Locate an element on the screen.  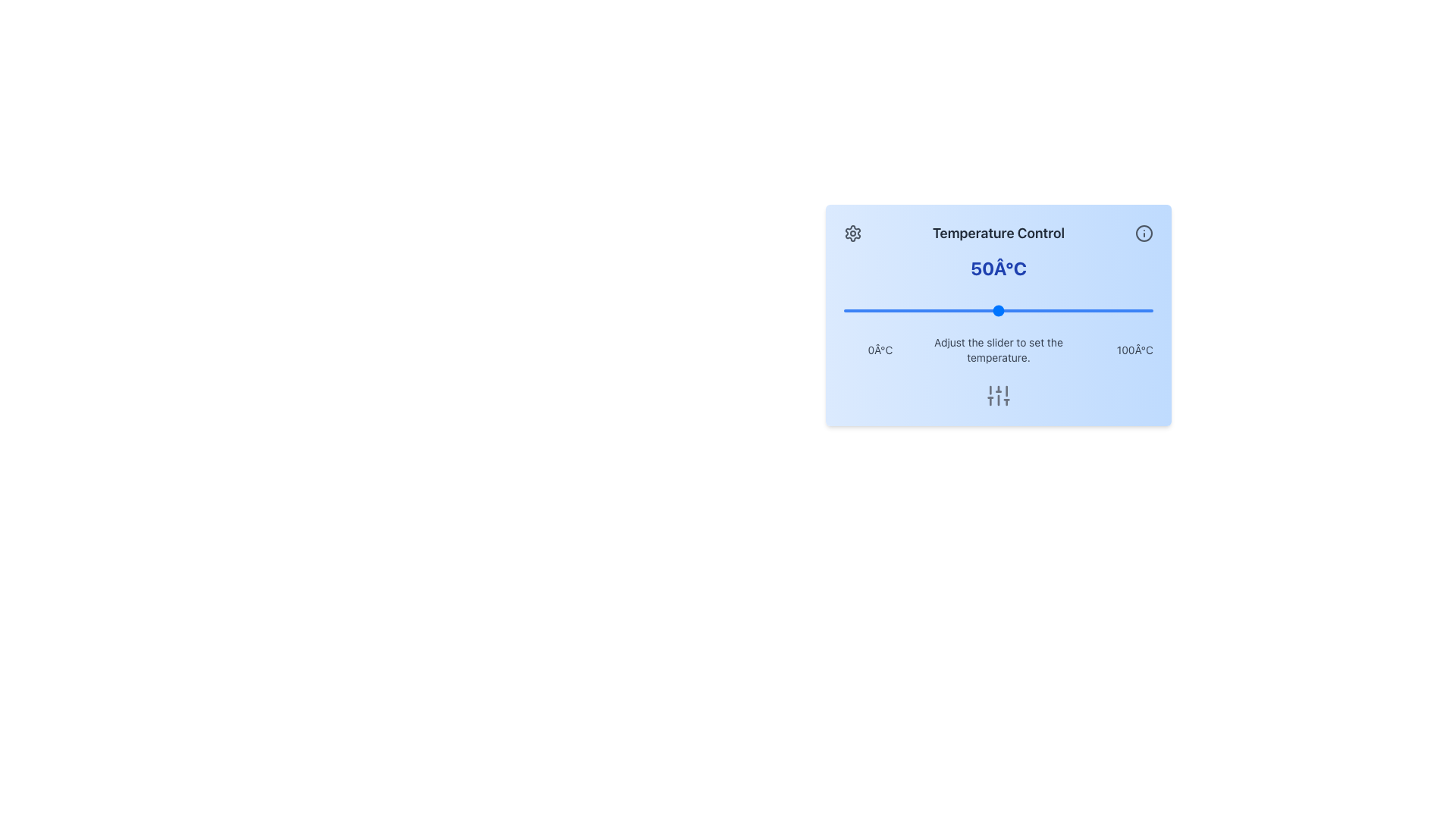
the graphical icon at the bottom of the 'Temperature Control' card, which represents decorative sliders for temperature adjustment is located at coordinates (998, 394).